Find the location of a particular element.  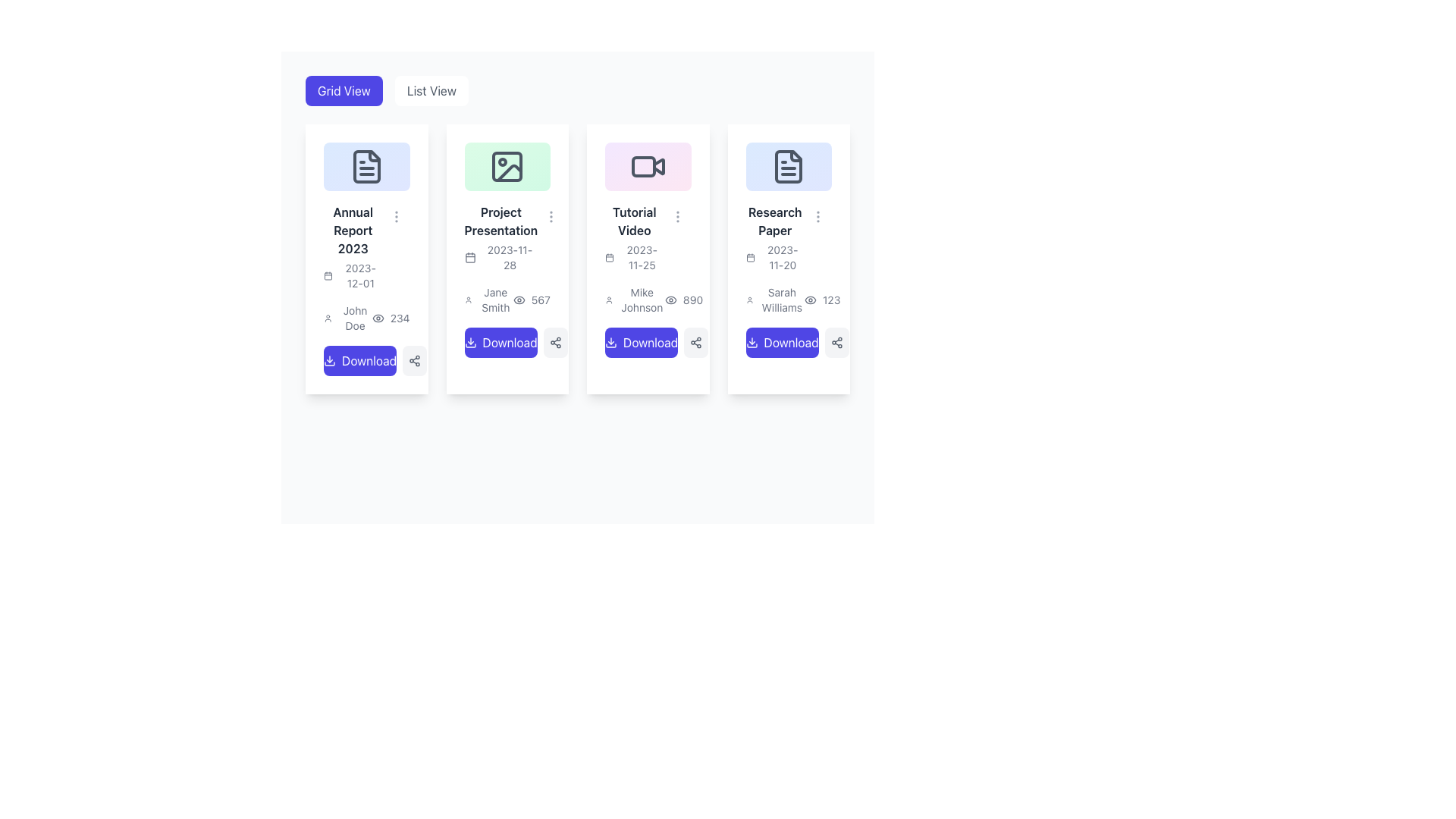

the ellipsis menu icon located in the top-right corner of the 'Project Presentation' card is located at coordinates (551, 216).